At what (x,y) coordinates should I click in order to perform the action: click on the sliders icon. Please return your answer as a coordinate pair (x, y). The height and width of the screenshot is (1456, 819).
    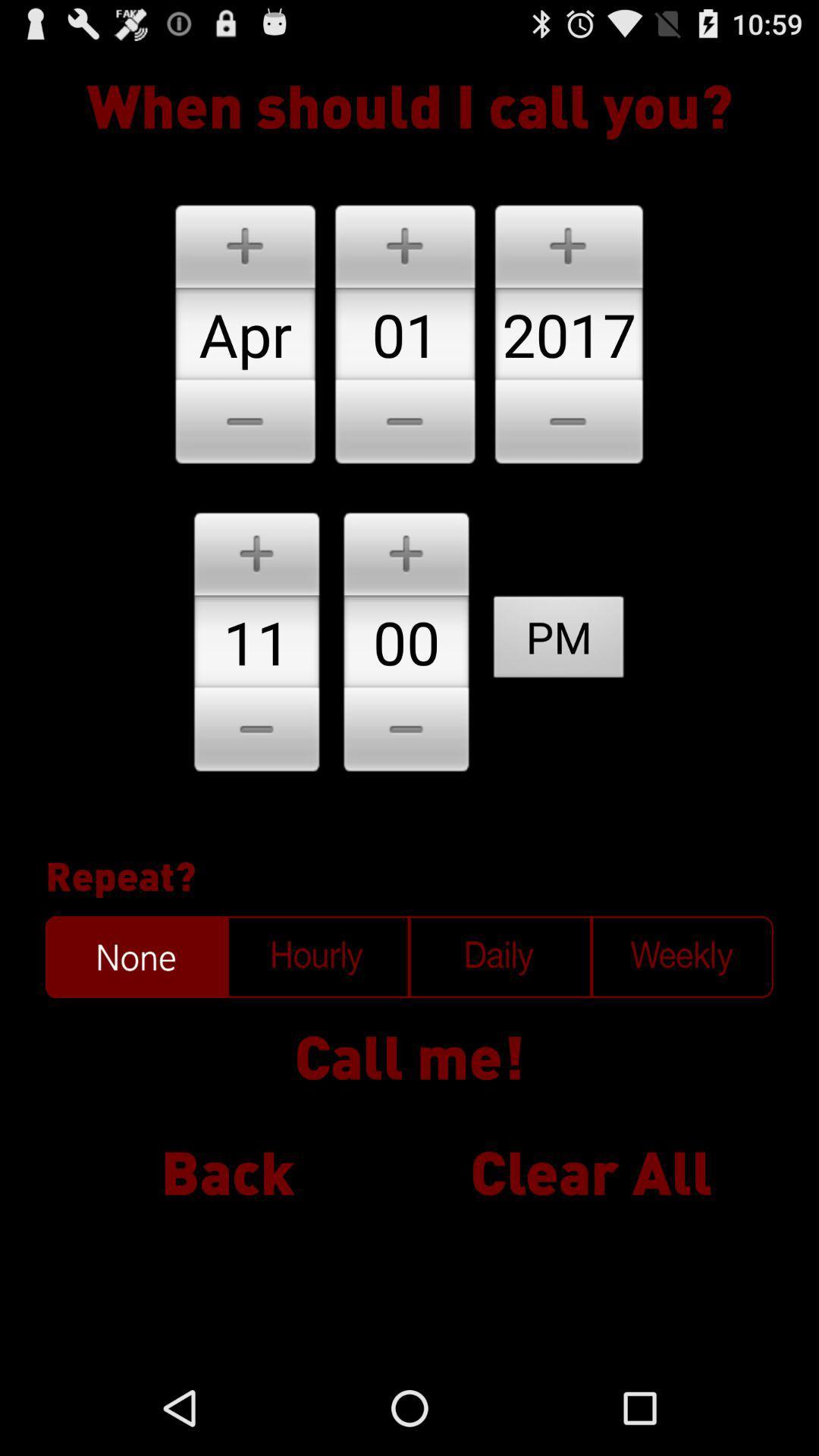
    Looking at the image, I should click on (500, 1024).